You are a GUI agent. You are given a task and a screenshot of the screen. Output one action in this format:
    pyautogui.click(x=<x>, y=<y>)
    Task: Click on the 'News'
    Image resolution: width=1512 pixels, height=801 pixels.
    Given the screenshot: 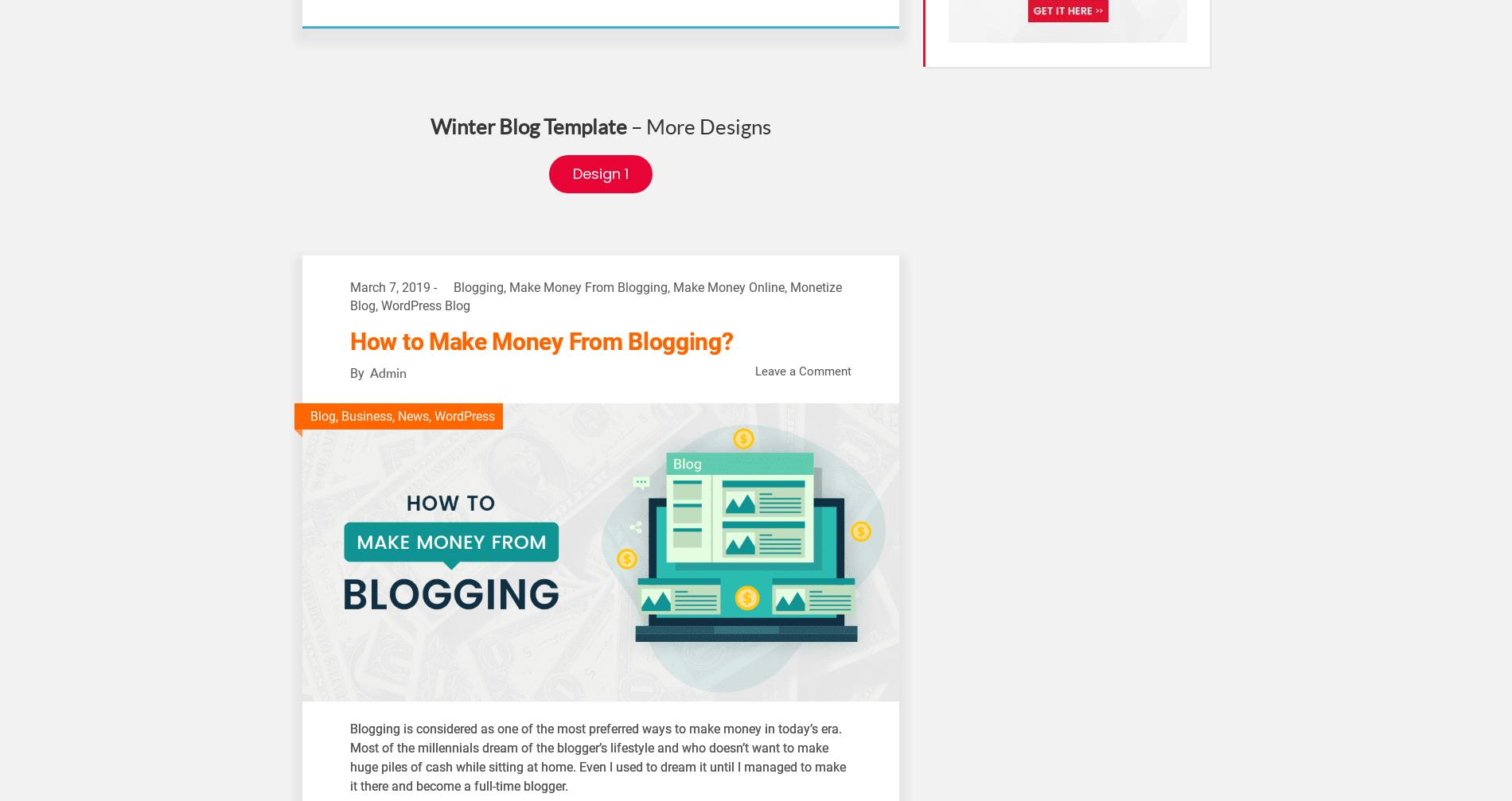 What is the action you would take?
    pyautogui.click(x=398, y=414)
    